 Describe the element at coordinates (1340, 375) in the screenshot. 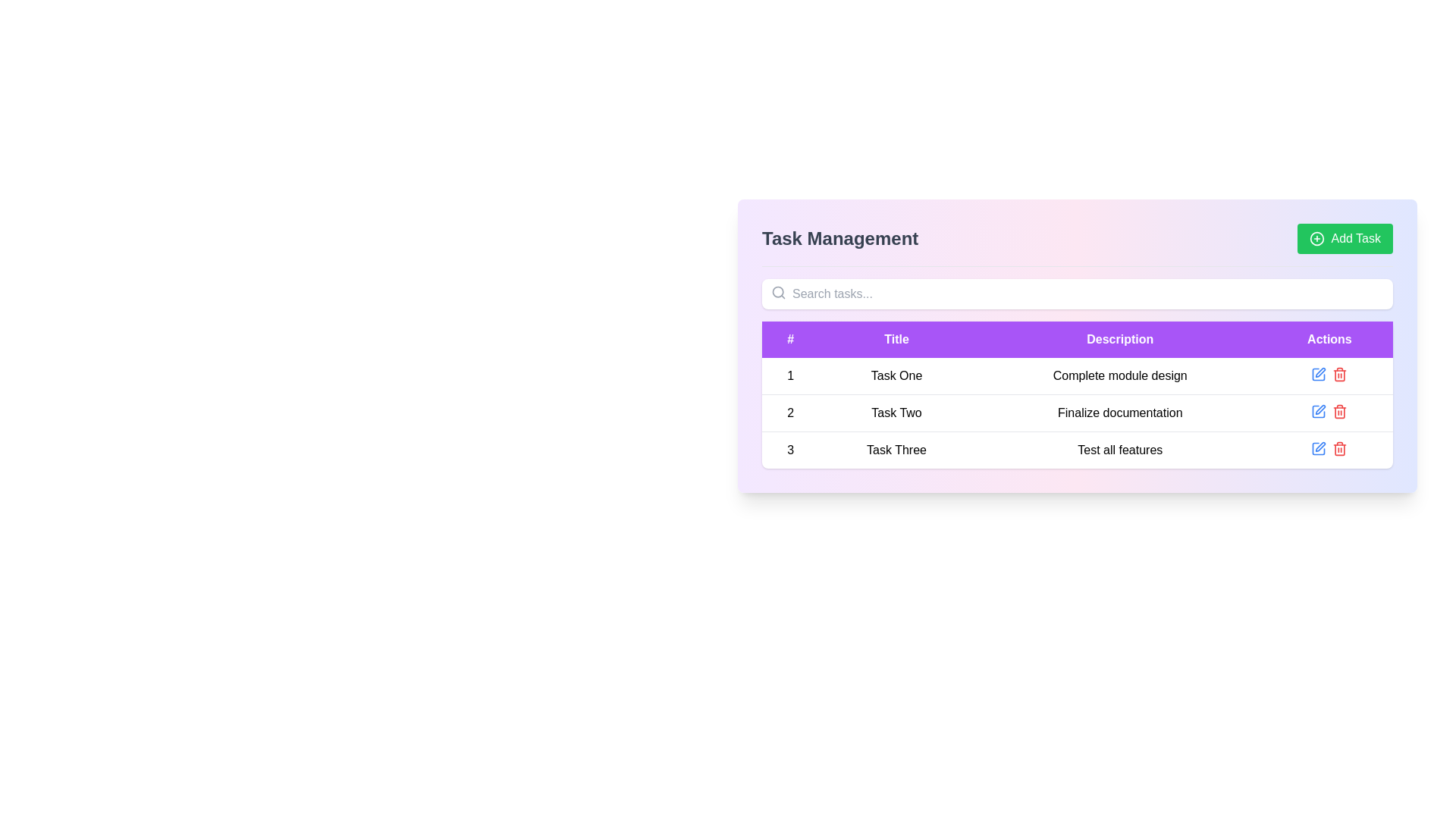

I see `the delete icon button located in the 'Actions' column for 'Task One' to initiate the task deletion process` at that location.